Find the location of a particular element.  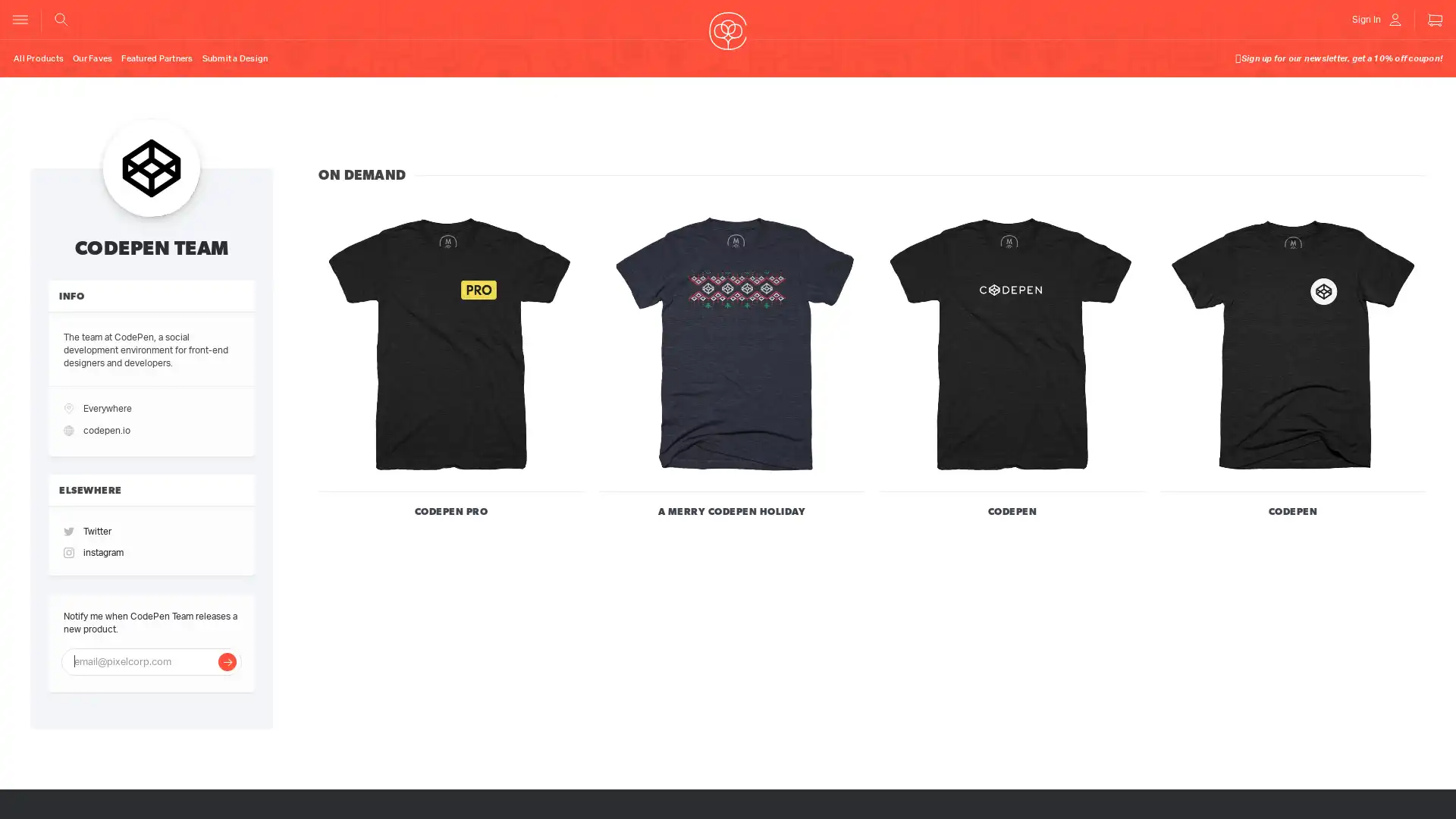

Submit is located at coordinates (226, 660).